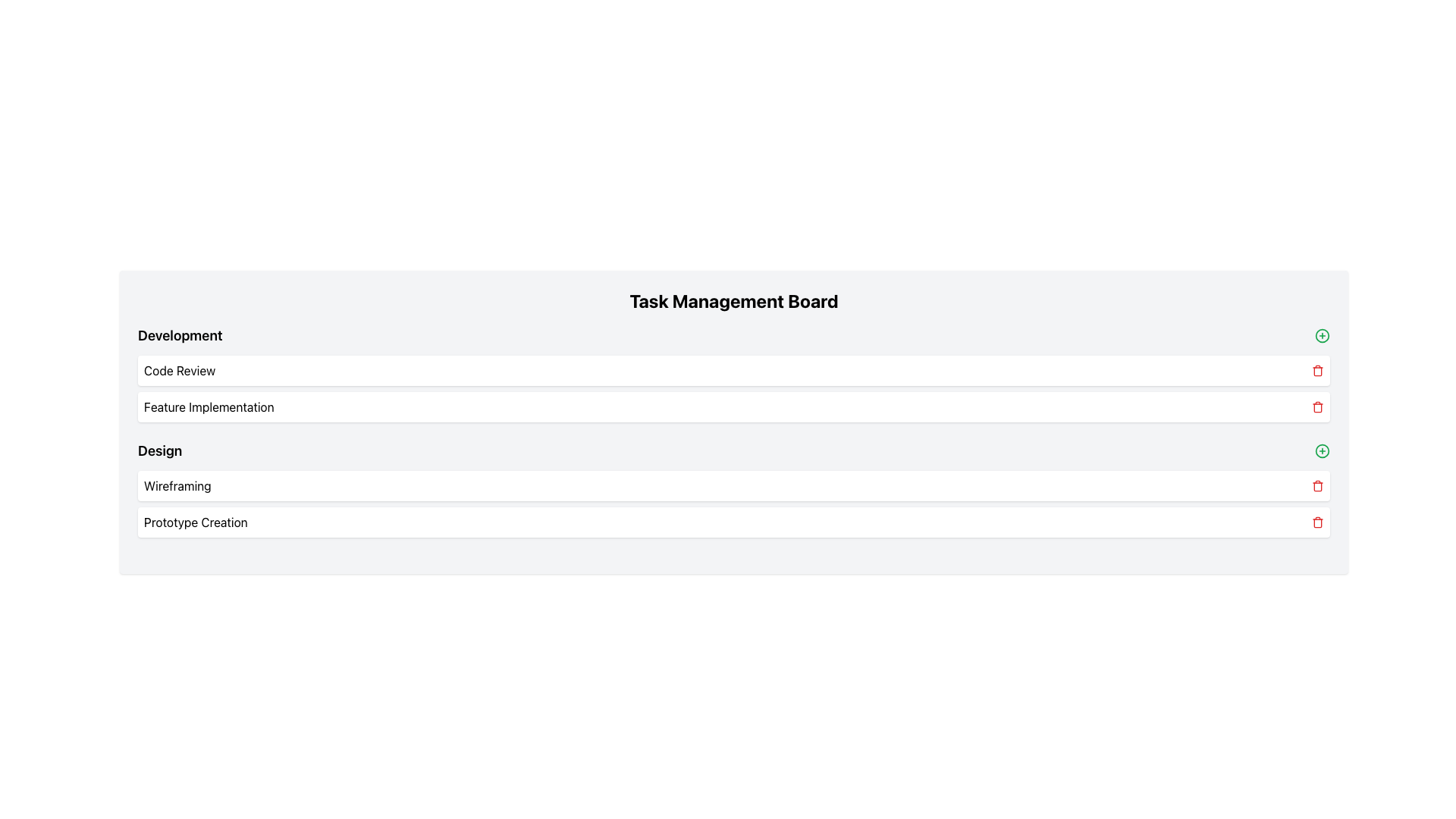 The image size is (1456, 819). I want to click on the 'Wireframing' label, which is a black text label in a sans-serif font situated in the second row of the 'Design' group in a task management layout, so click(177, 485).